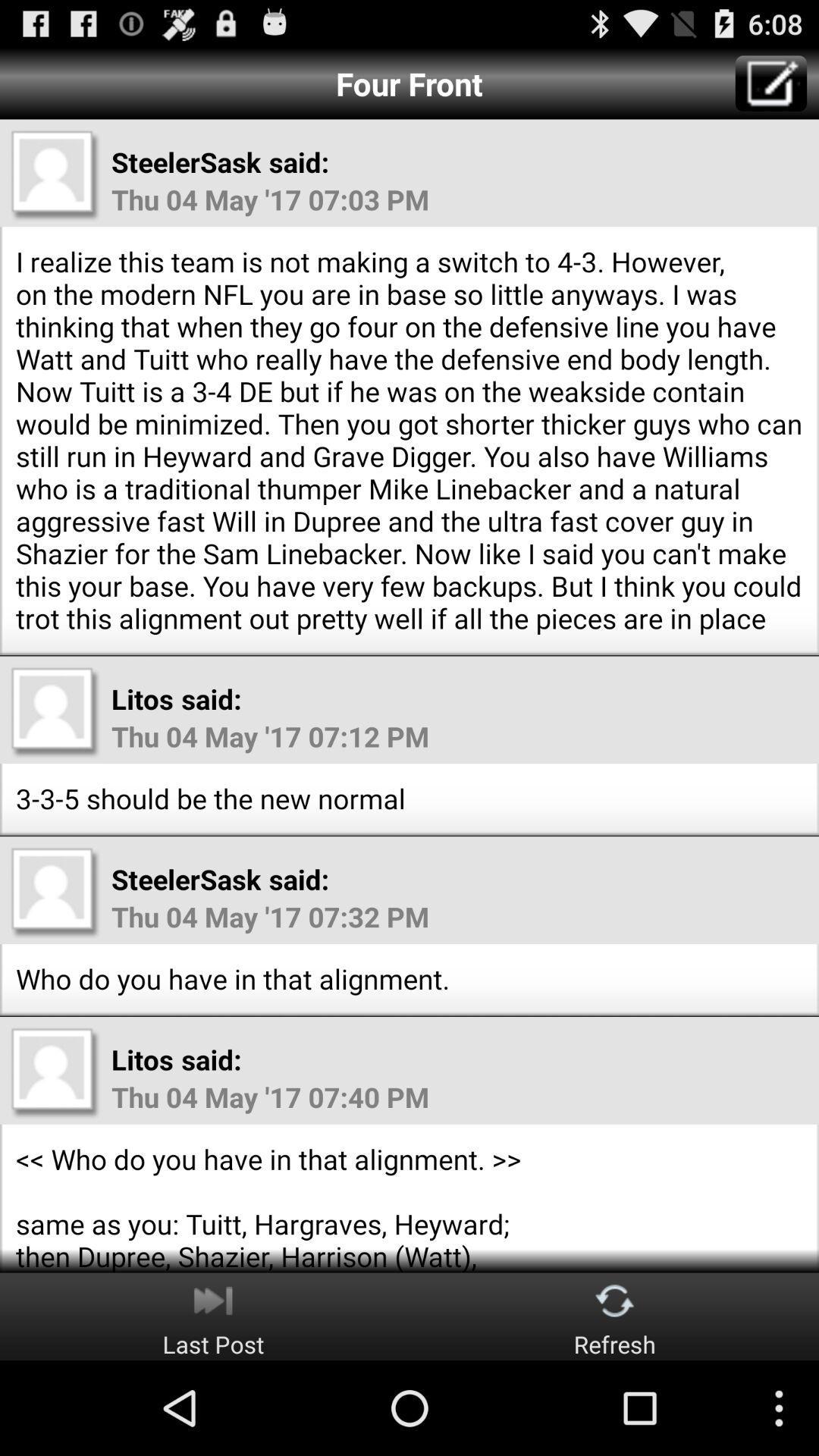 This screenshot has width=819, height=1456. I want to click on the icon to the left of refresh item, so click(213, 1316).